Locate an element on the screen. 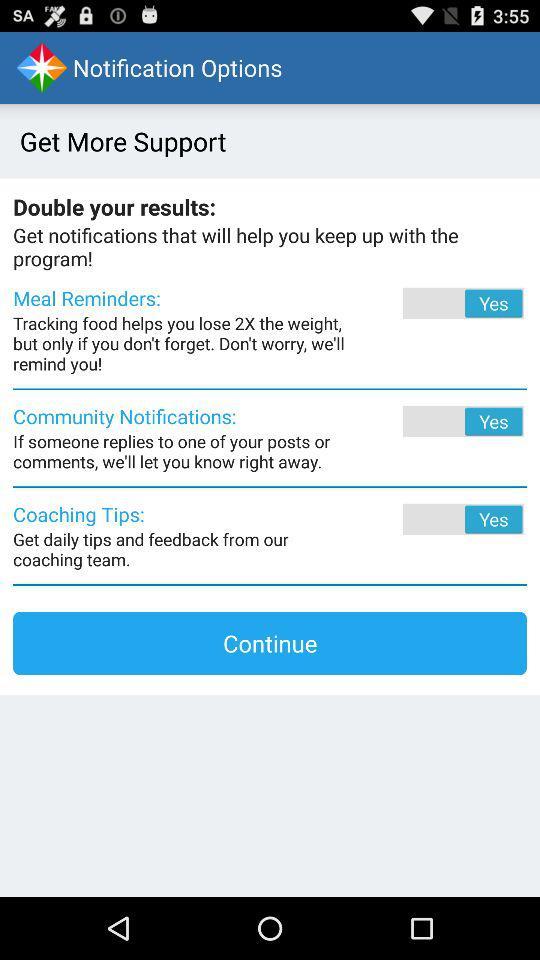  your option is located at coordinates (435, 518).